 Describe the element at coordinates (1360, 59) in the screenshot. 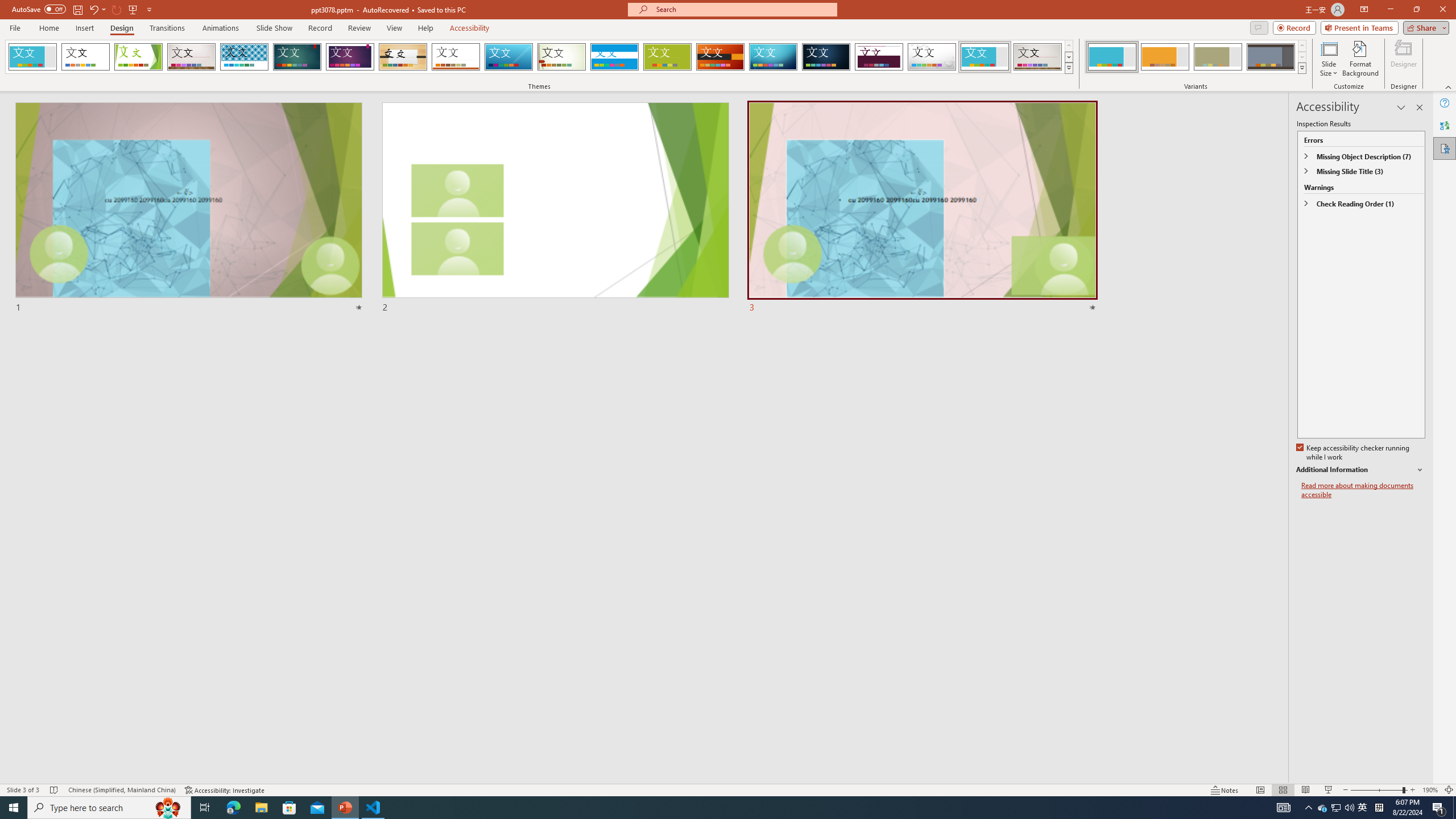

I see `'Format Background'` at that location.